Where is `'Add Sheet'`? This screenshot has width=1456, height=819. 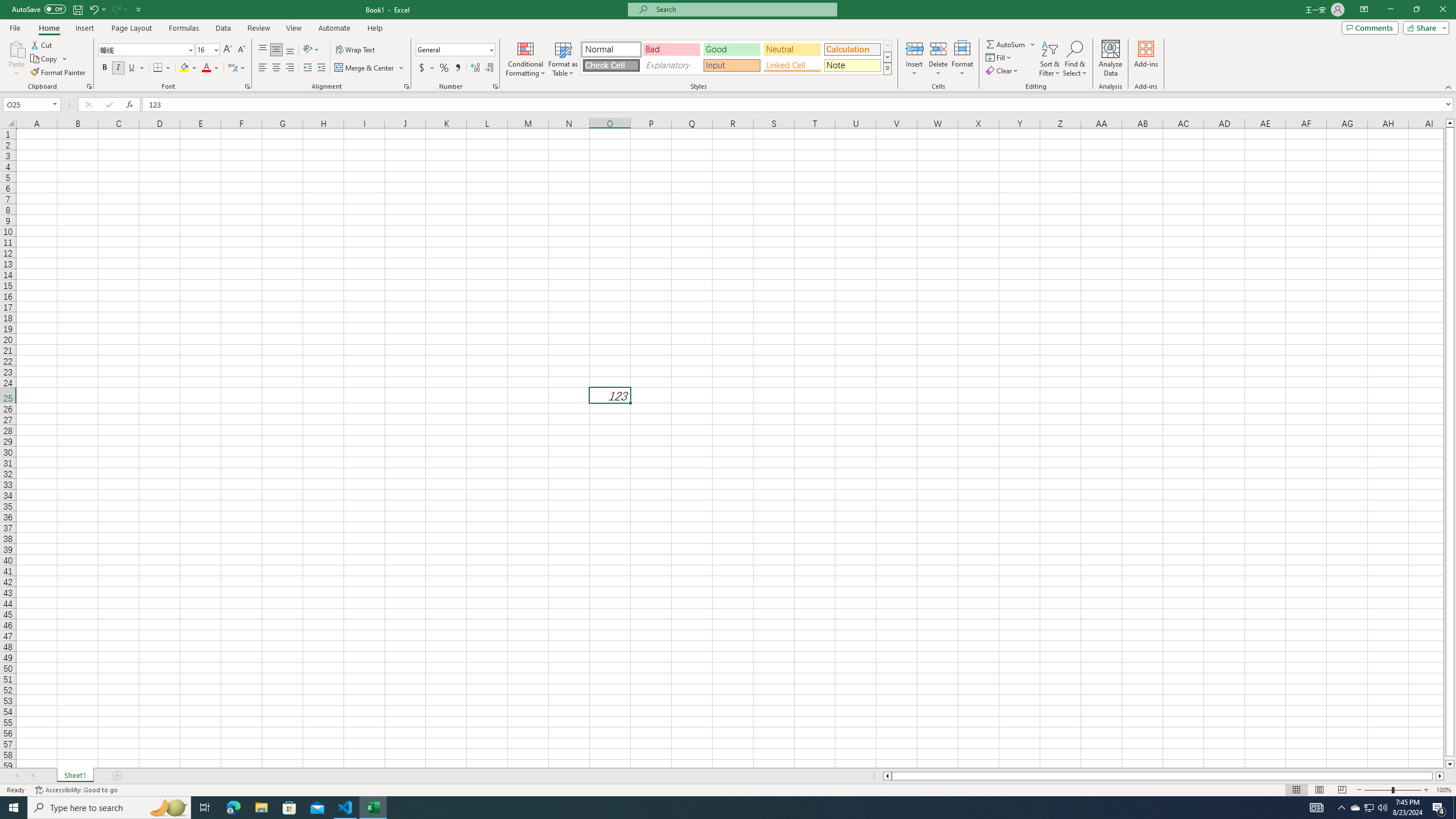 'Add Sheet' is located at coordinates (117, 775).